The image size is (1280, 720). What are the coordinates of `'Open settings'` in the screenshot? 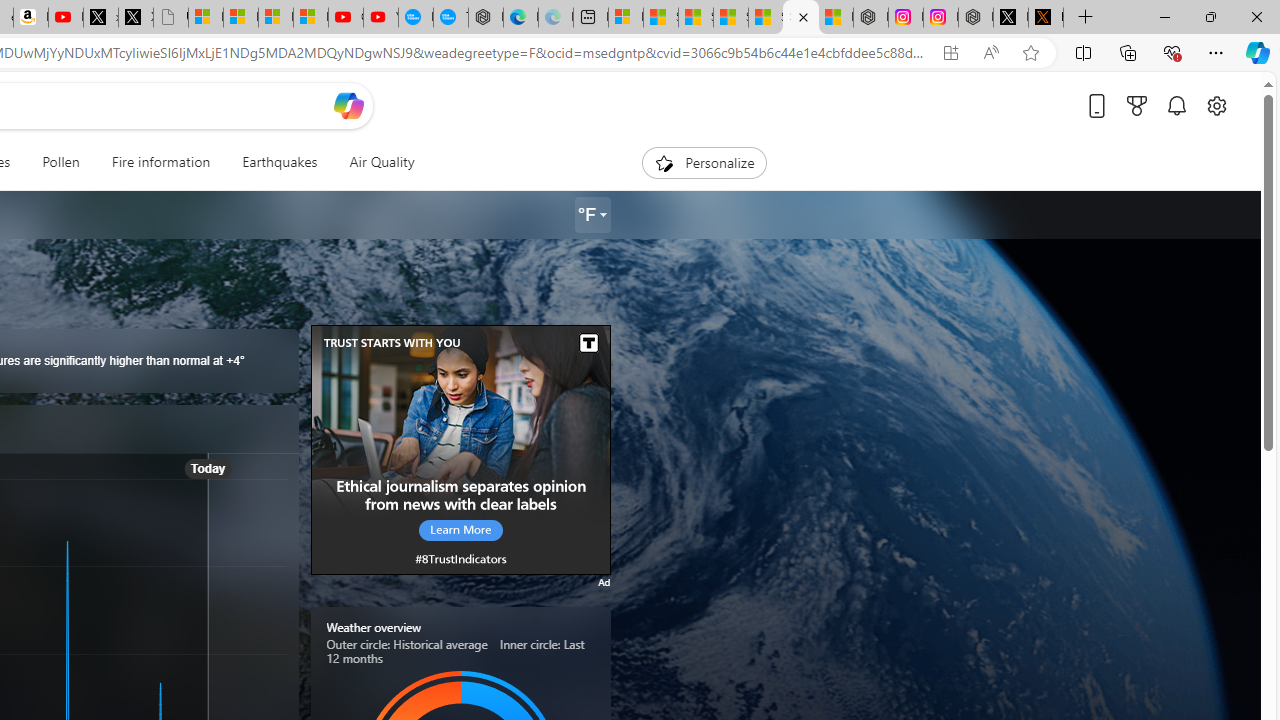 It's located at (1215, 105).